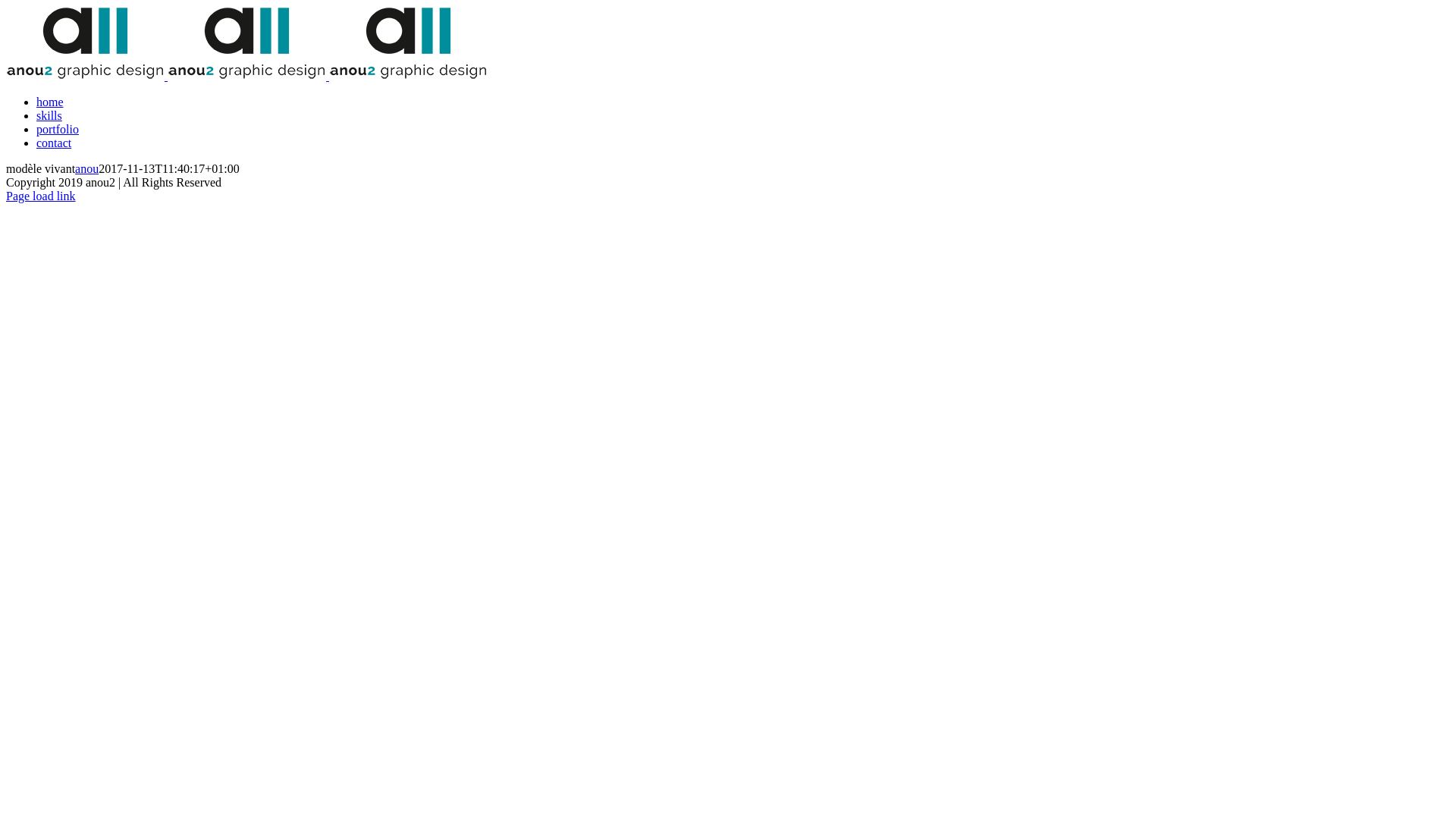  Describe the element at coordinates (54, 143) in the screenshot. I see `'contact'` at that location.